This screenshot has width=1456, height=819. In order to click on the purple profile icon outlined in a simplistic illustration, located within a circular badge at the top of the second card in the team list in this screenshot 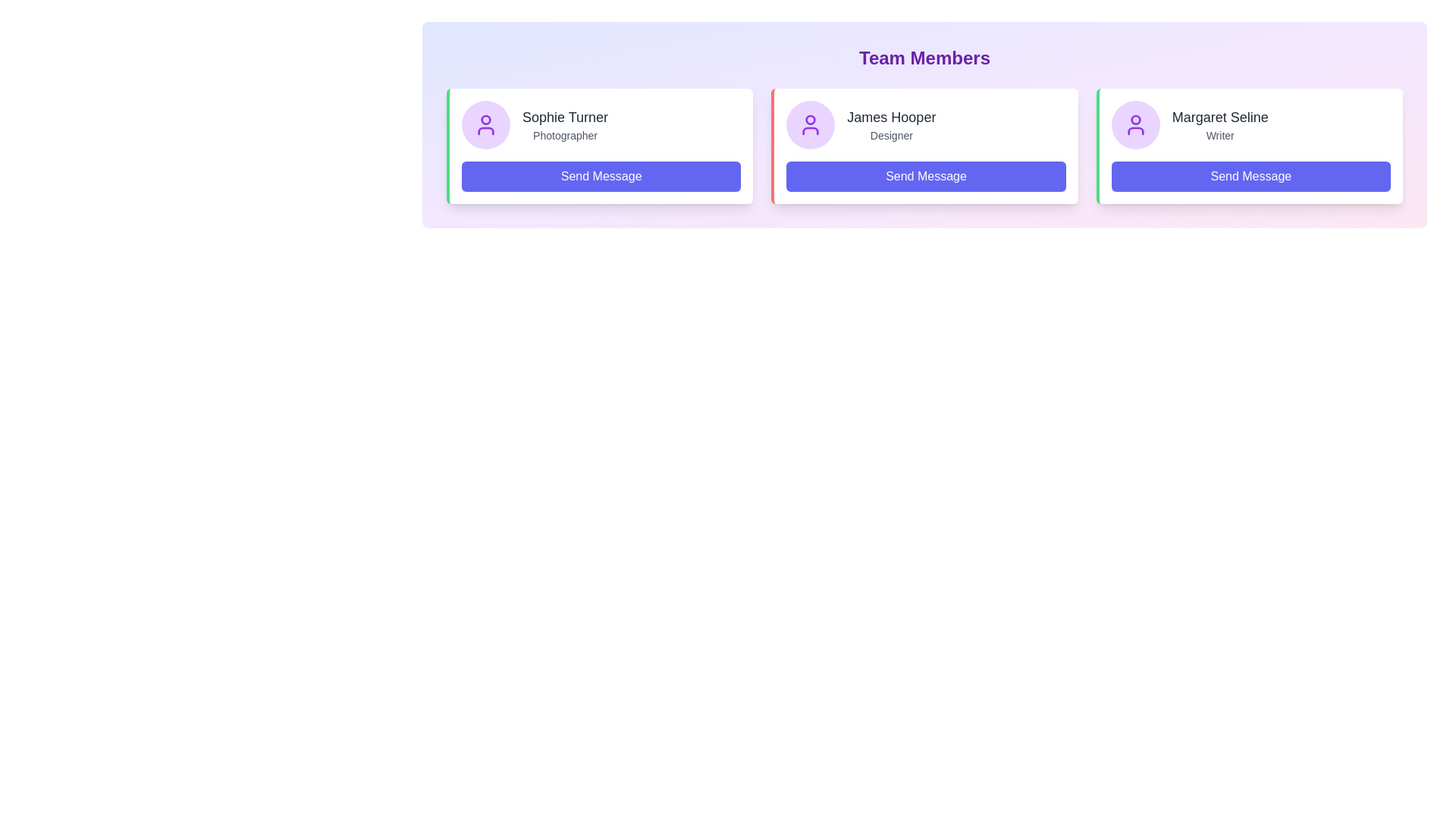, I will do `click(1135, 124)`.